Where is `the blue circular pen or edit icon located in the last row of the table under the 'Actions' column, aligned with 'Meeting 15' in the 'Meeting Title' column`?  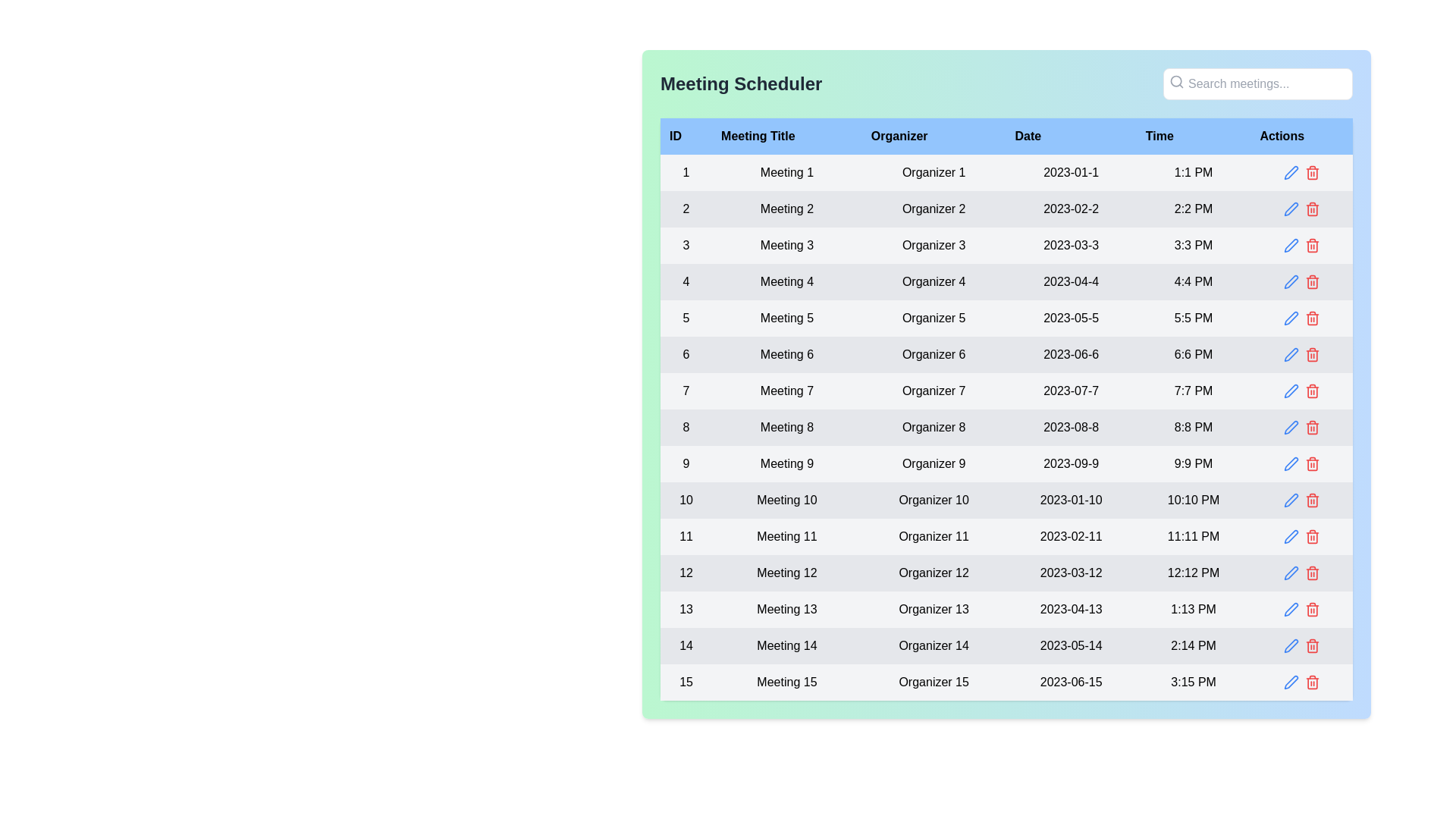
the blue circular pen or edit icon located in the last row of the table under the 'Actions' column, aligned with 'Meeting 15' in the 'Meeting Title' column is located at coordinates (1290, 646).